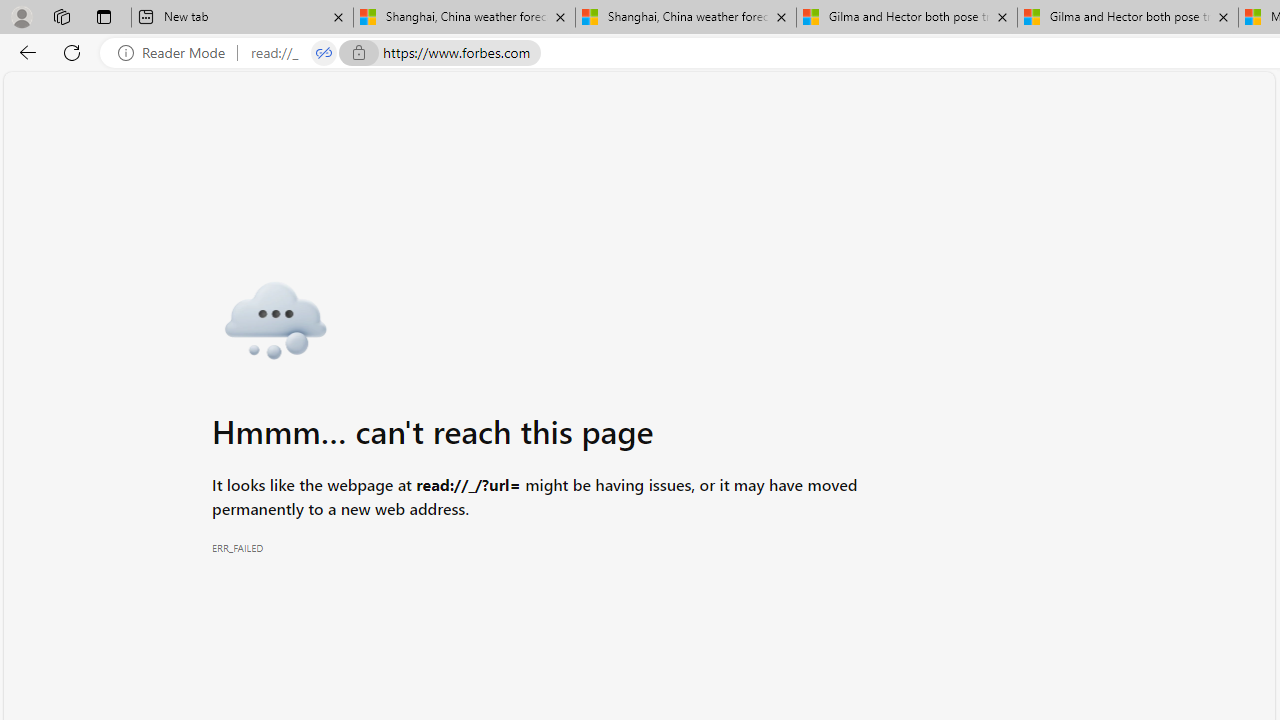 This screenshot has width=1280, height=720. I want to click on 'Shanghai, China weather forecast | Microsoft Weather', so click(686, 17).